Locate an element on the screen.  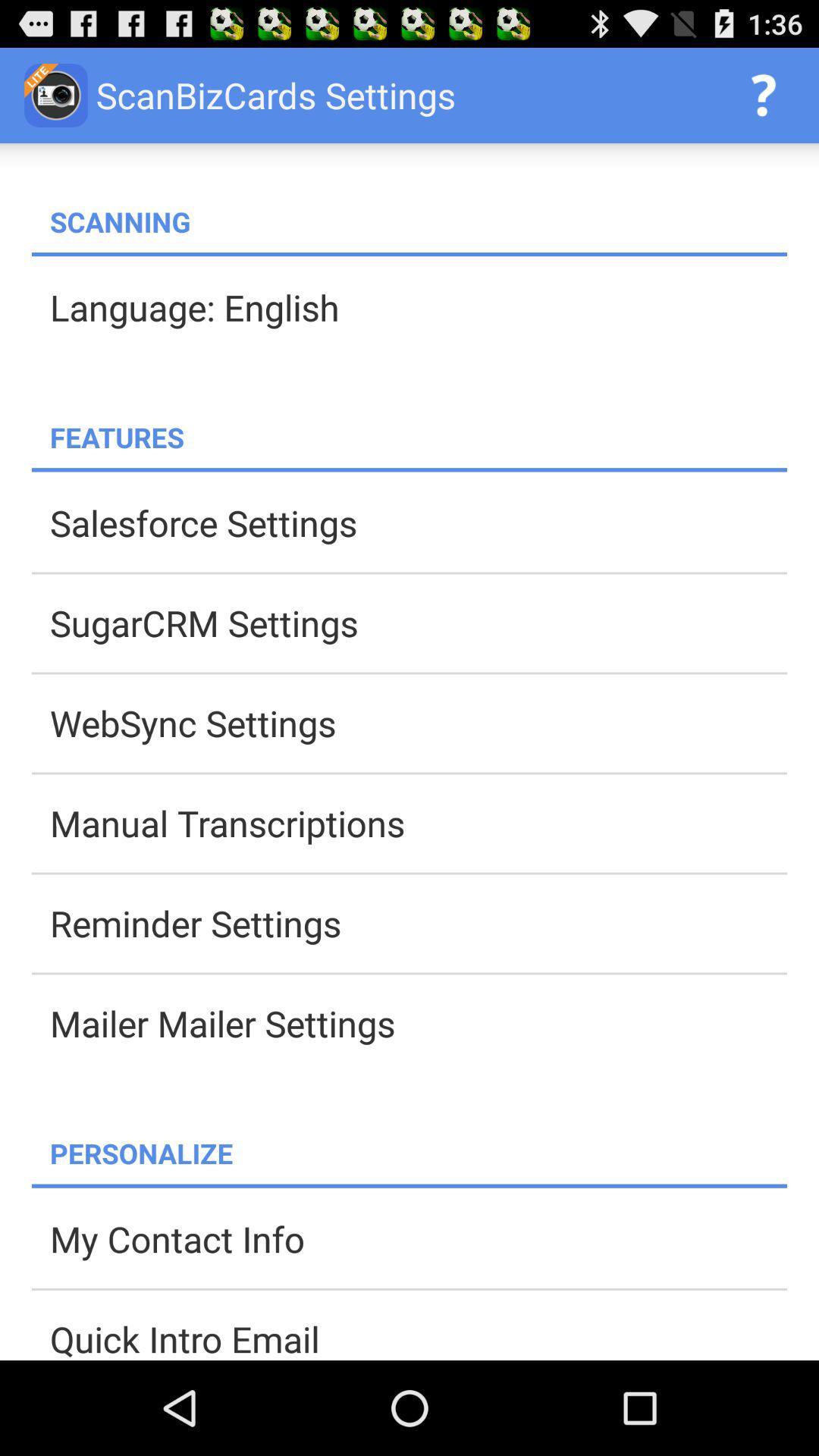
mailer mailer settings icon is located at coordinates (418, 1023).